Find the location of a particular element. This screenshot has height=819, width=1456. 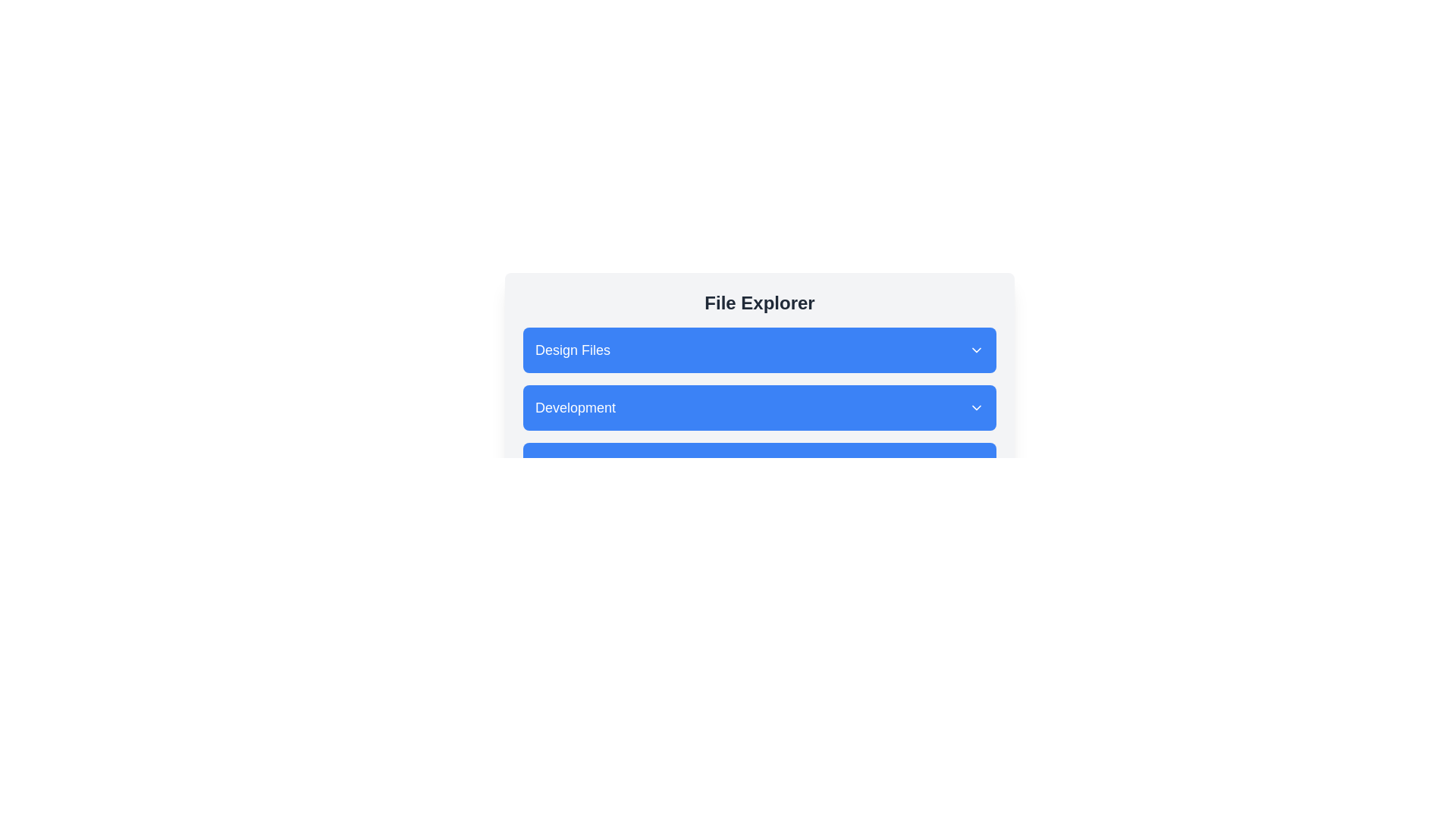

the file named FrontendCode.zip within the folder Design Files is located at coordinates (760, 350).